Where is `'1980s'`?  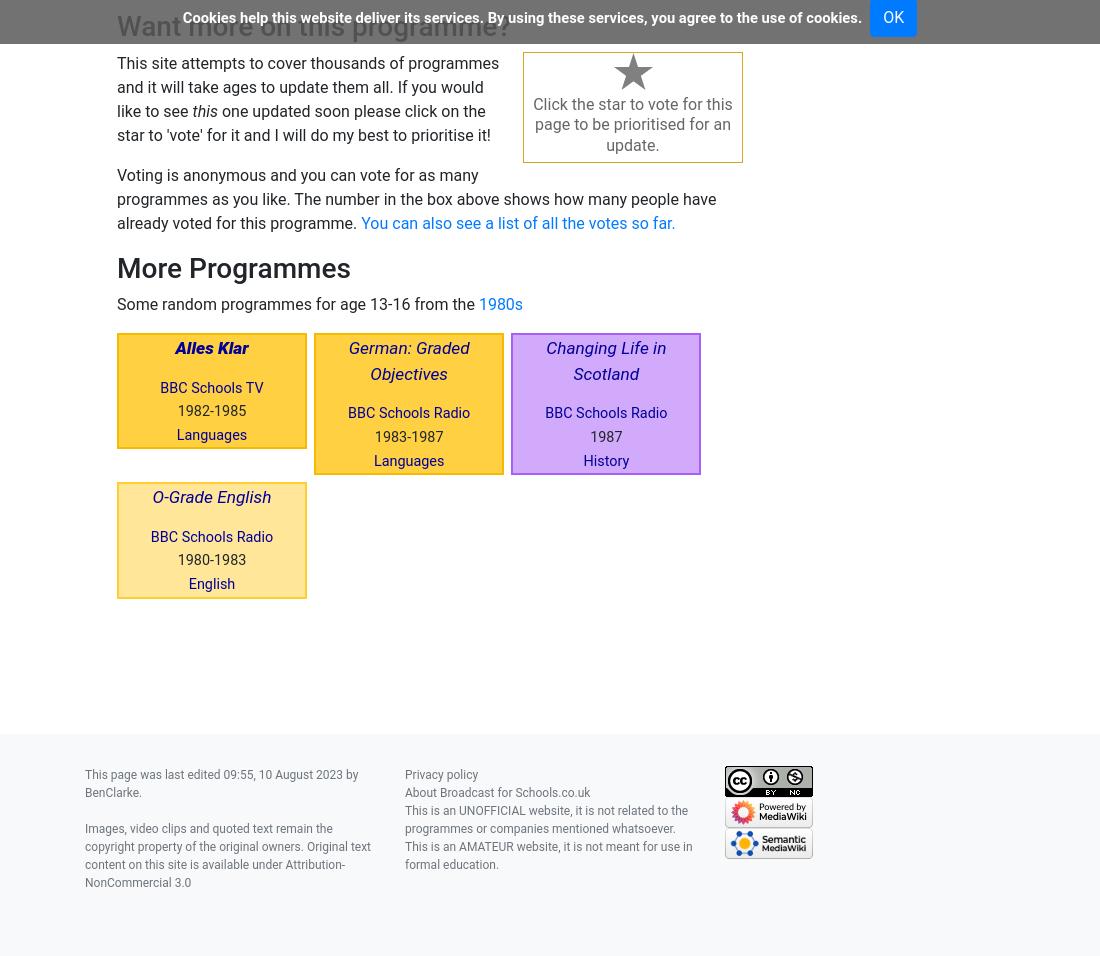
'1980s' is located at coordinates (500, 303).